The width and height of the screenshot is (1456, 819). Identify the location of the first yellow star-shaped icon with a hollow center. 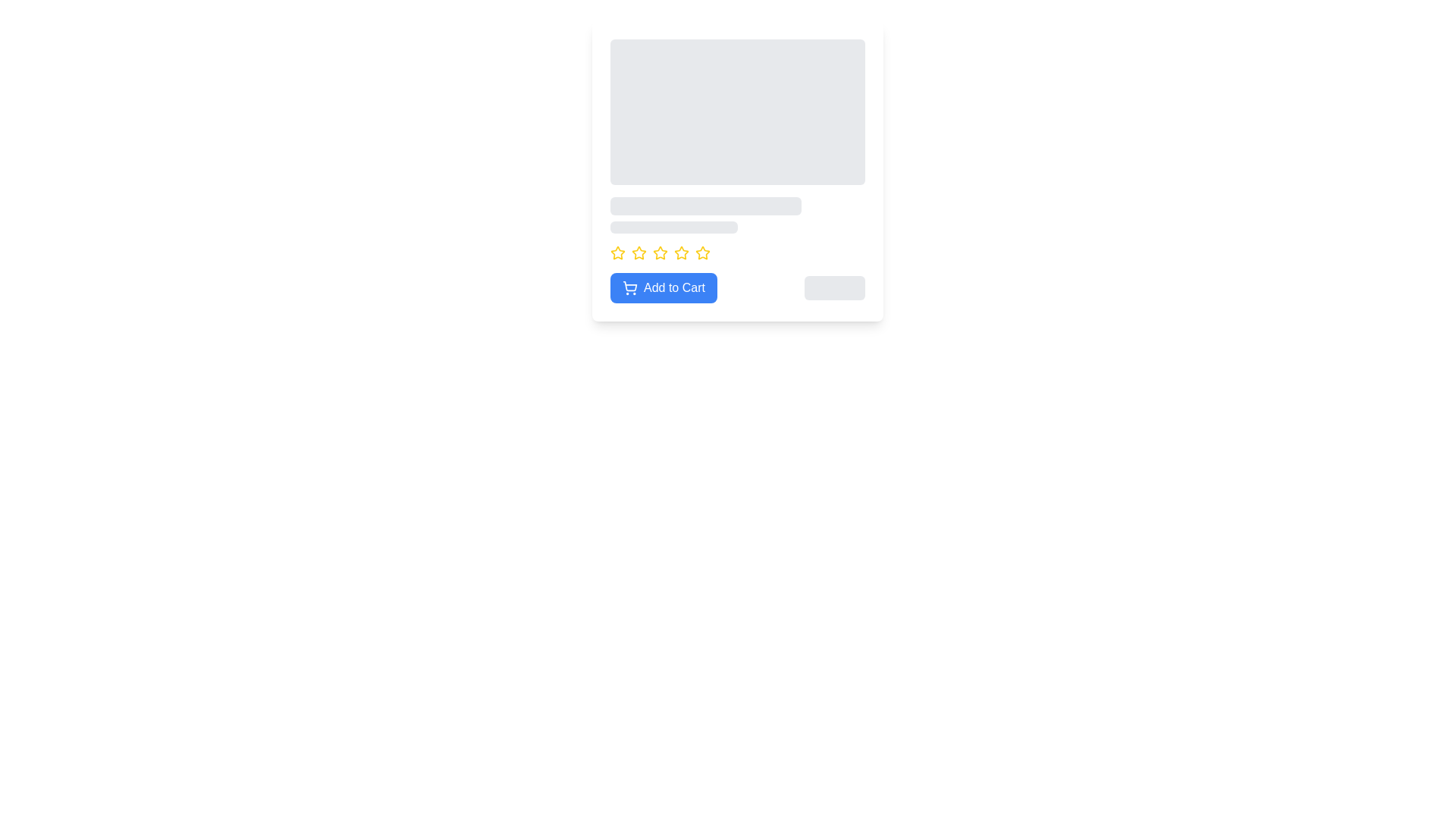
(639, 252).